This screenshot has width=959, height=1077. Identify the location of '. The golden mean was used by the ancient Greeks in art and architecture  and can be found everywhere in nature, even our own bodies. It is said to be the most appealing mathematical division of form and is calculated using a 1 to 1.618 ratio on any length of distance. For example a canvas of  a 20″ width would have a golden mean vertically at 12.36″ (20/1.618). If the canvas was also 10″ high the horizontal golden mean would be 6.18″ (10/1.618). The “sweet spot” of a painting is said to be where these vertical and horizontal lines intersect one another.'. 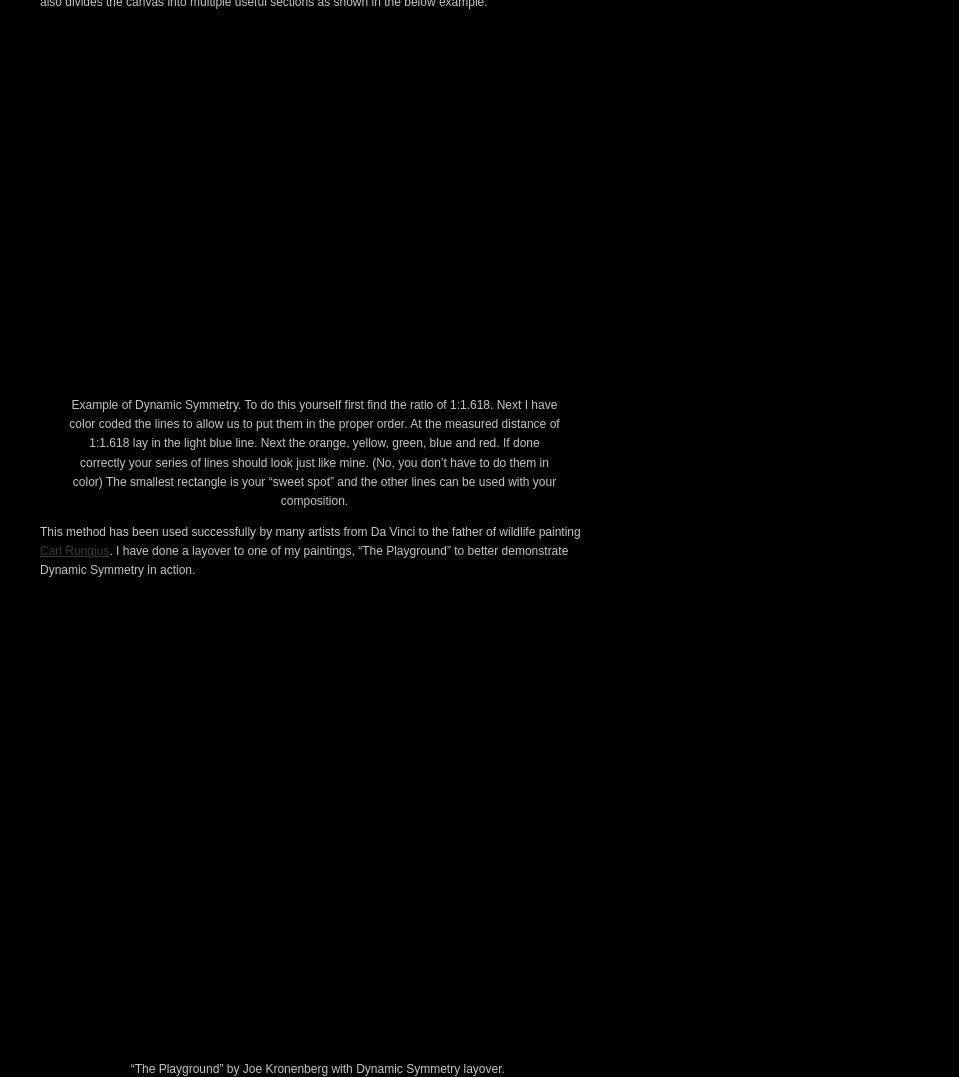
(311, 228).